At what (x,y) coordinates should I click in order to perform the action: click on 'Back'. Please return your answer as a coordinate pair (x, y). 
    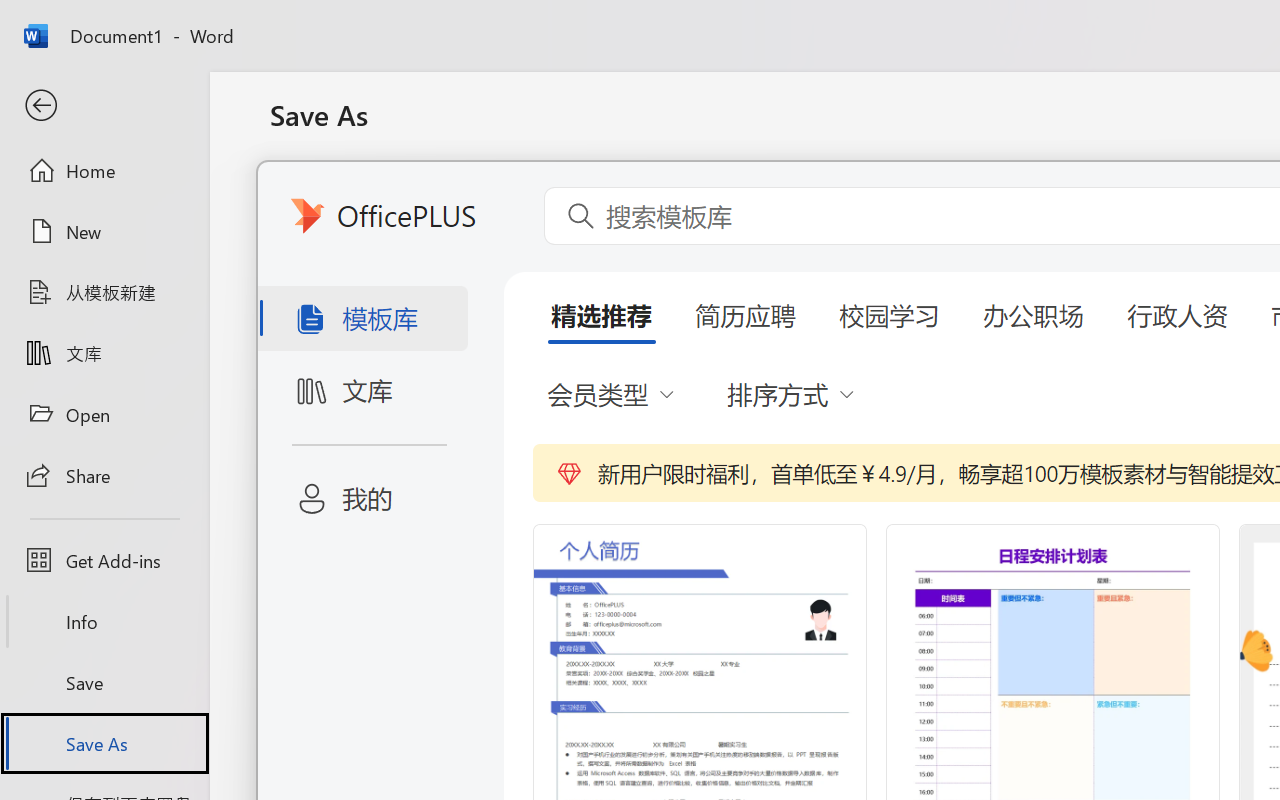
    Looking at the image, I should click on (103, 105).